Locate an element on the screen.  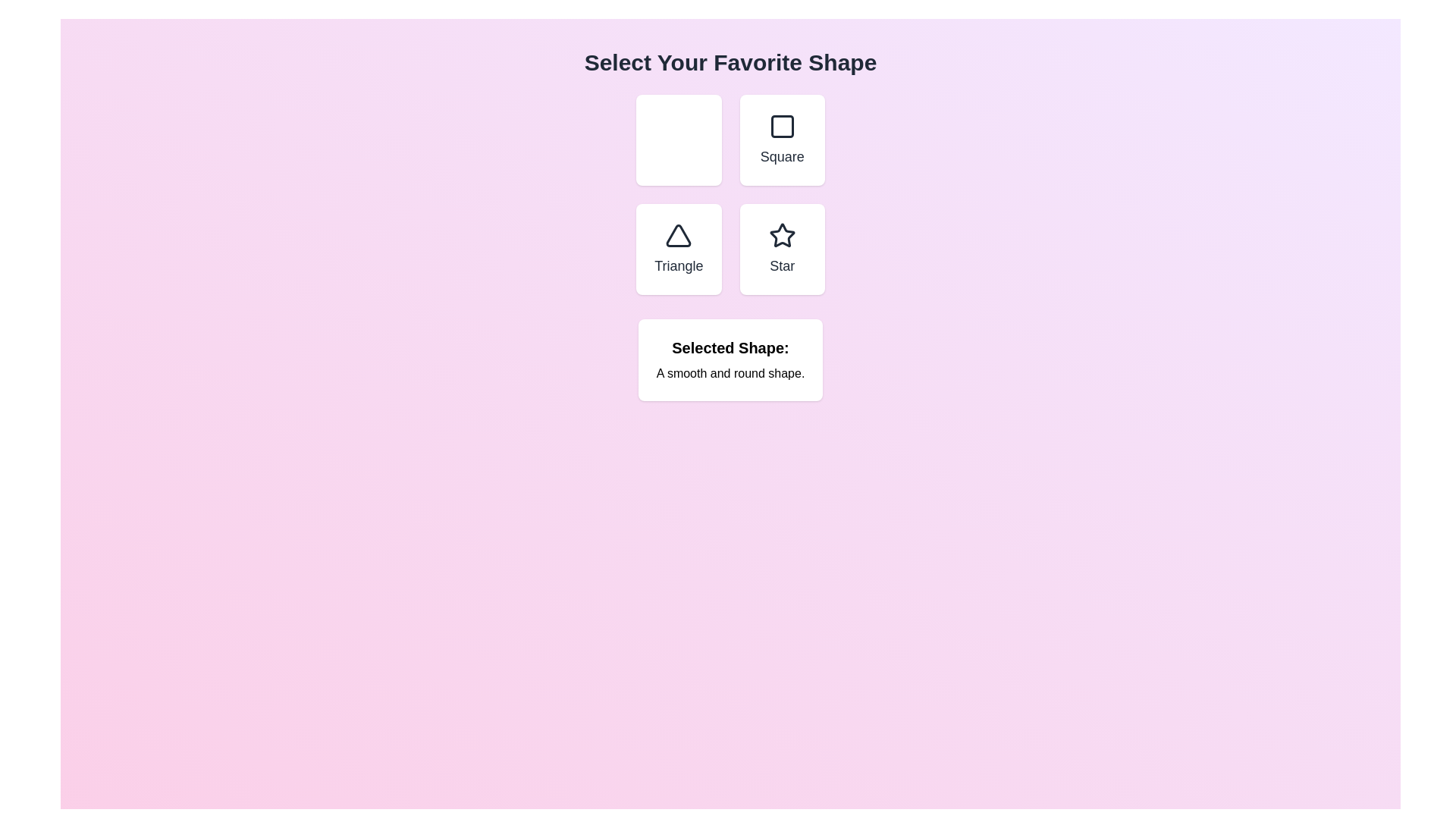
the shape triangle by clicking its corresponding button is located at coordinates (677, 248).